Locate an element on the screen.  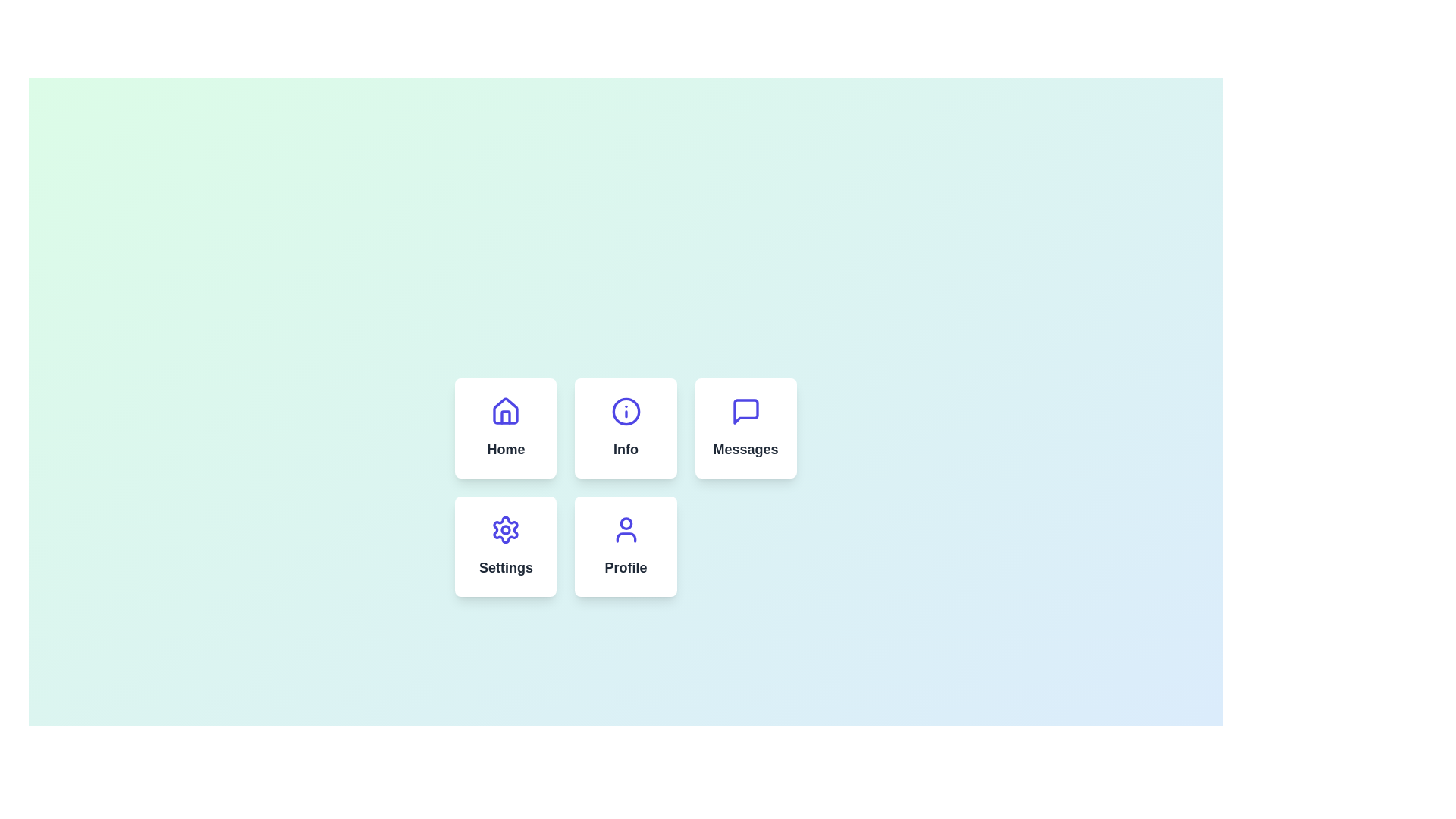
the 'Profile' icon located in the bottom row of the 3x2 grid layout, centered within its card is located at coordinates (626, 529).